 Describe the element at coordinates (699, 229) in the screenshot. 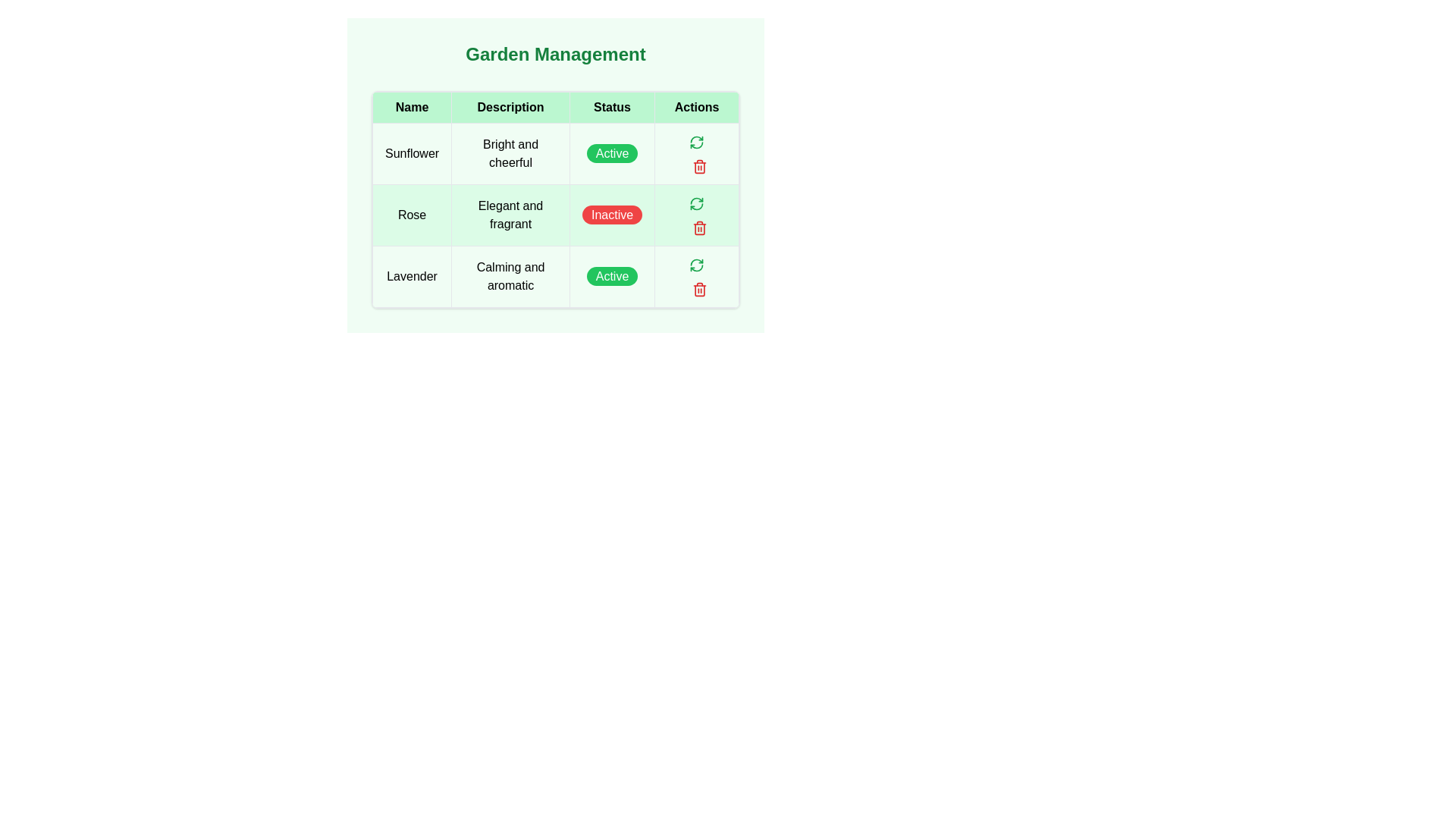

I see `the trash can icon representing the delete action for the entry 'Rose' located in the 'Actions' column of the second row of the table` at that location.